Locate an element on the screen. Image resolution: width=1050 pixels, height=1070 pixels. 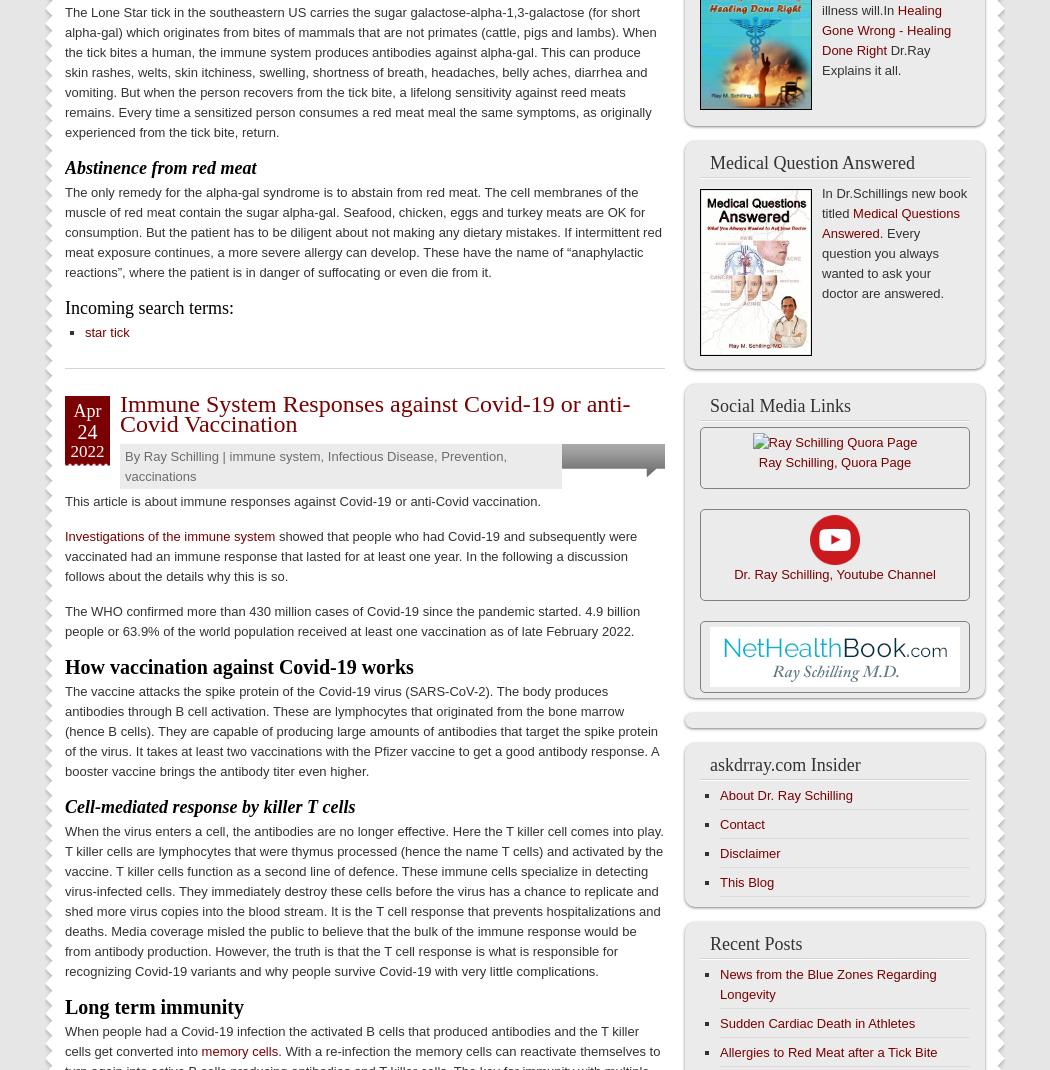
'In Dr.Schillings new book titled' is located at coordinates (893, 202).